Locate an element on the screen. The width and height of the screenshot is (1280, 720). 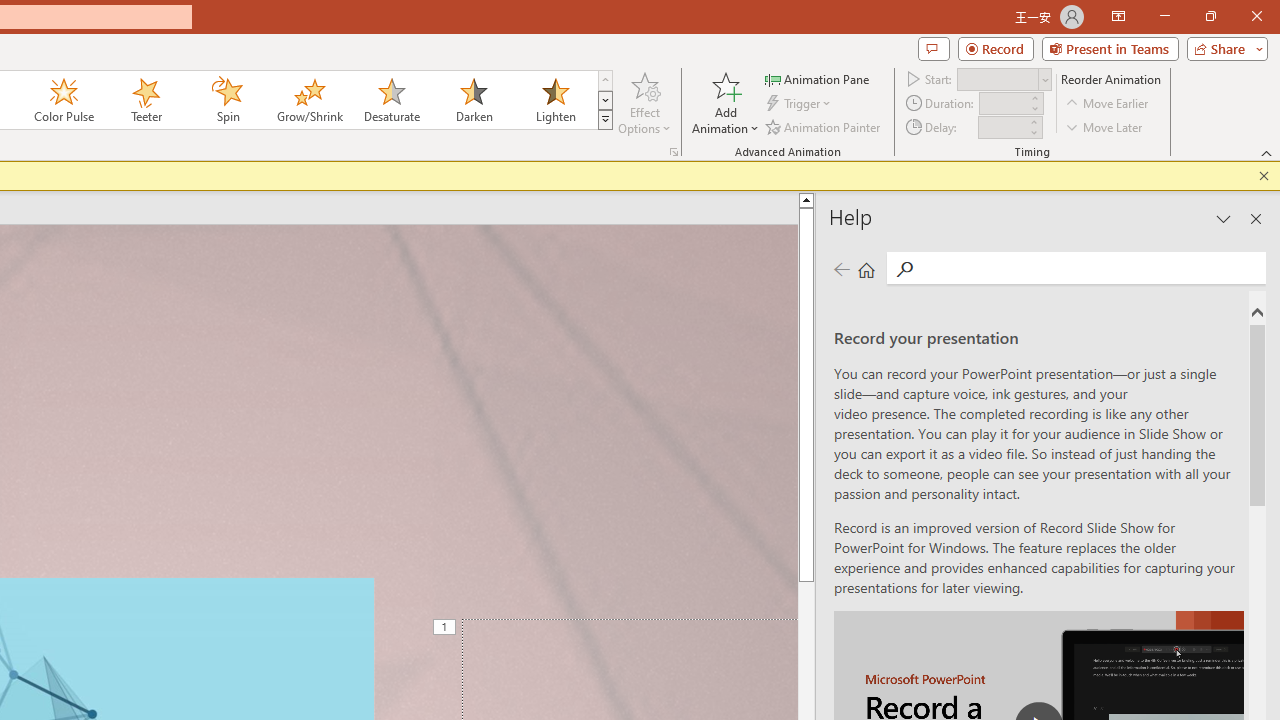
'Darken' is located at coordinates (472, 100).